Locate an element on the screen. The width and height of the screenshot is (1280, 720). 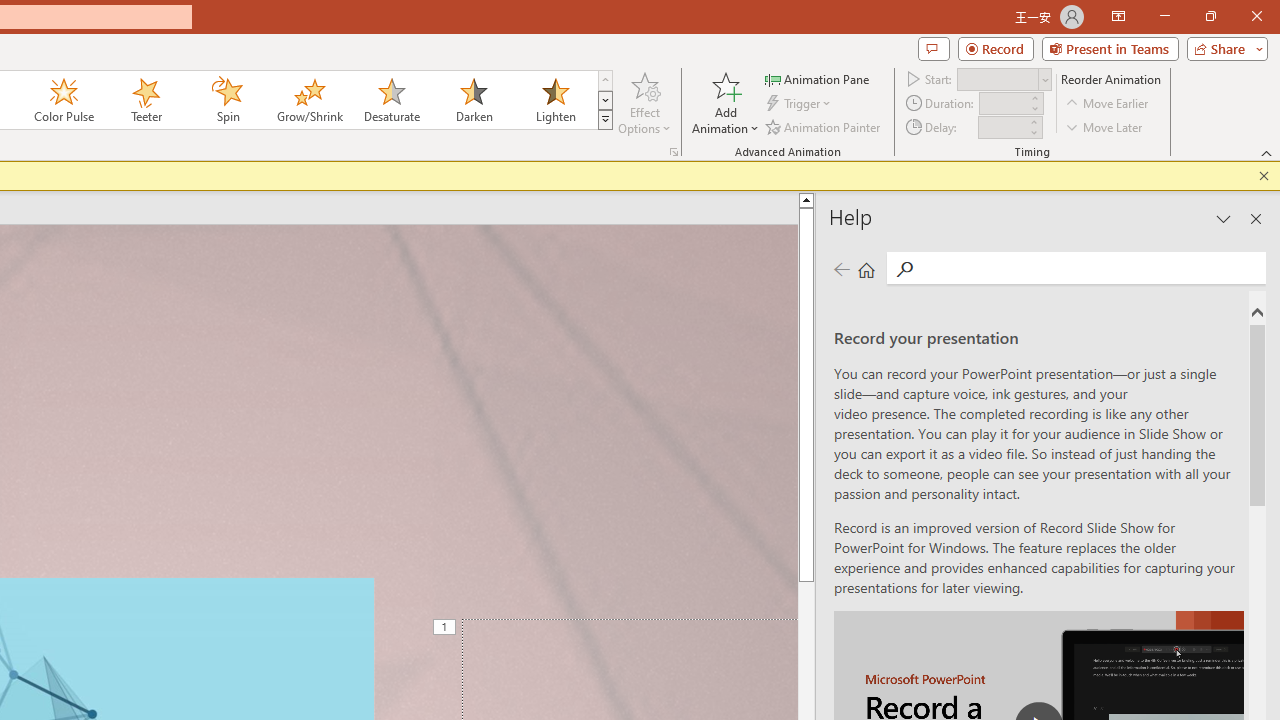
'Darken' is located at coordinates (472, 100).